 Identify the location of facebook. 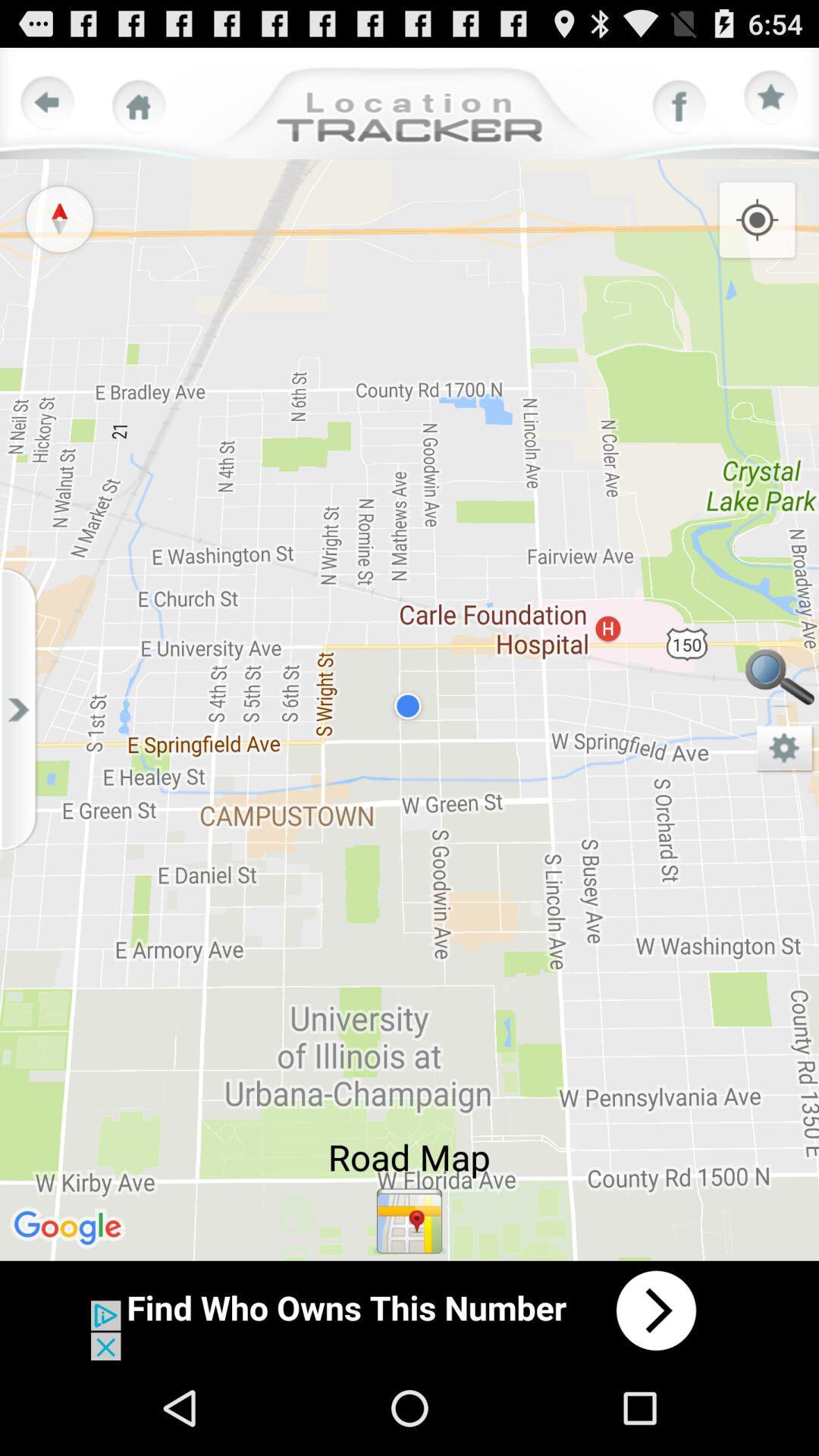
(679, 106).